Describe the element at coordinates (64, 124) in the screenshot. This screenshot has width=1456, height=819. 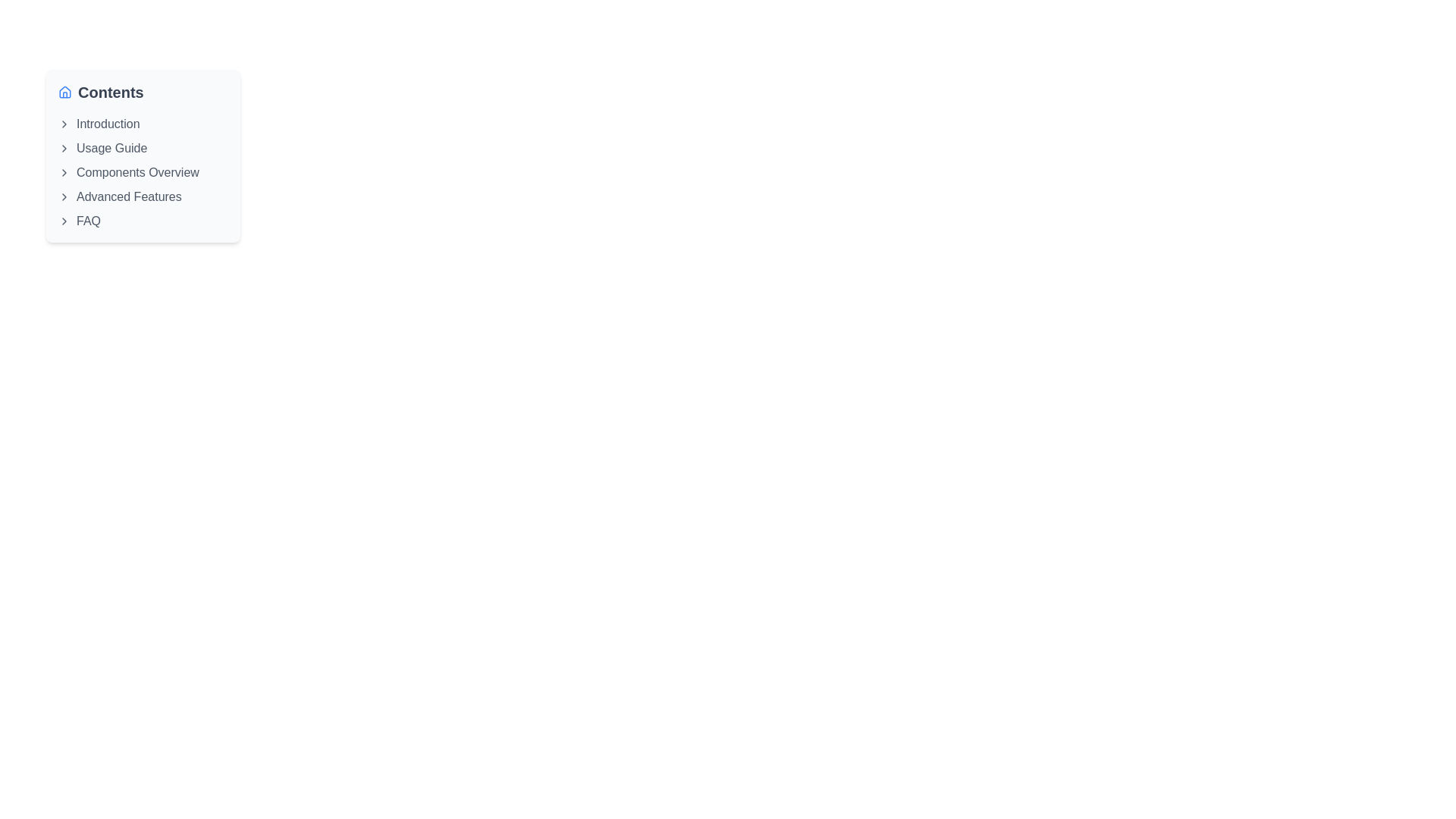
I see `the chevron icon located to the left of the 'Introduction' text in the navigation menu` at that location.